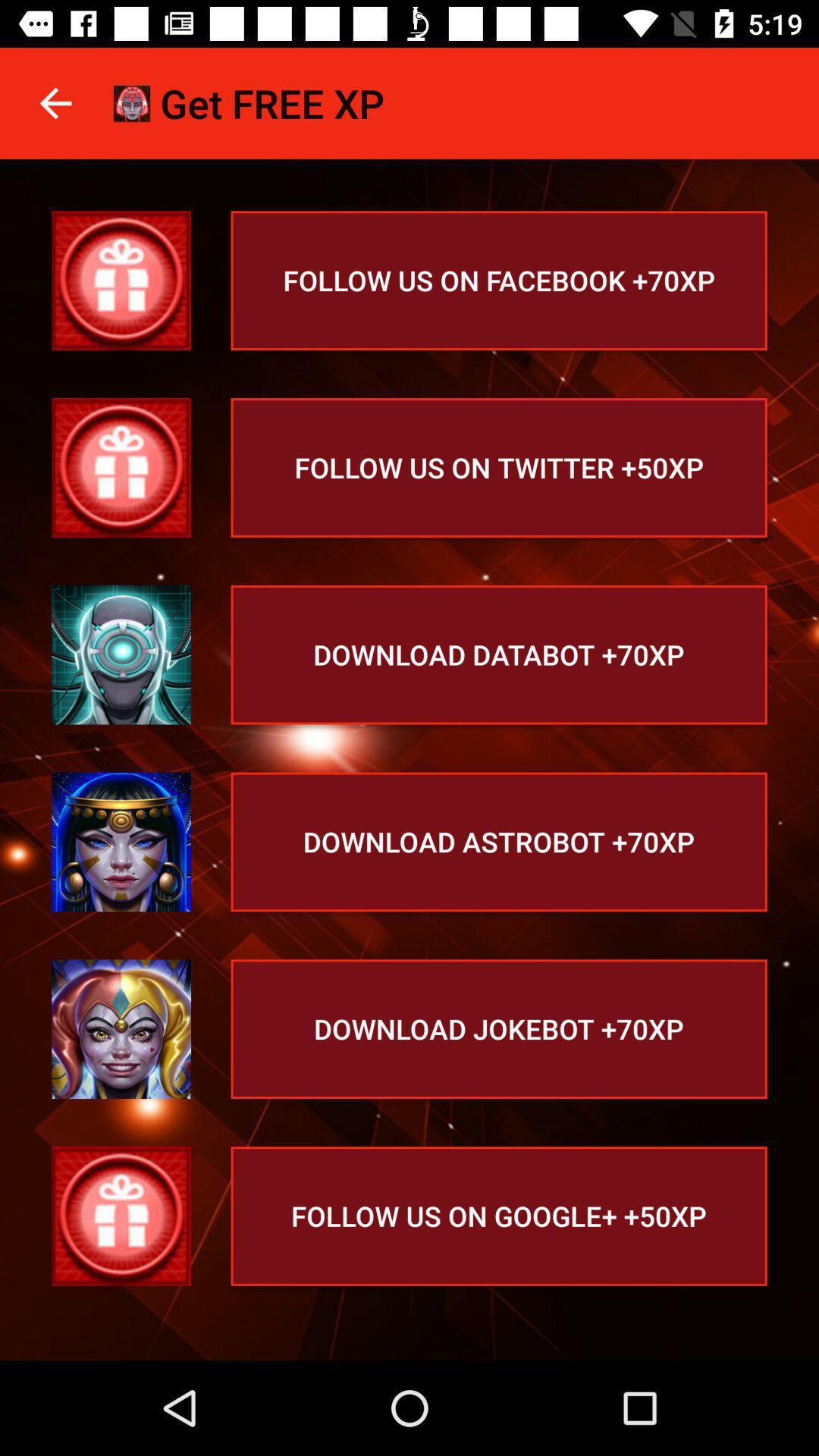 Image resolution: width=819 pixels, height=1456 pixels. Describe the element at coordinates (121, 281) in the screenshot. I see `the gift icon` at that location.